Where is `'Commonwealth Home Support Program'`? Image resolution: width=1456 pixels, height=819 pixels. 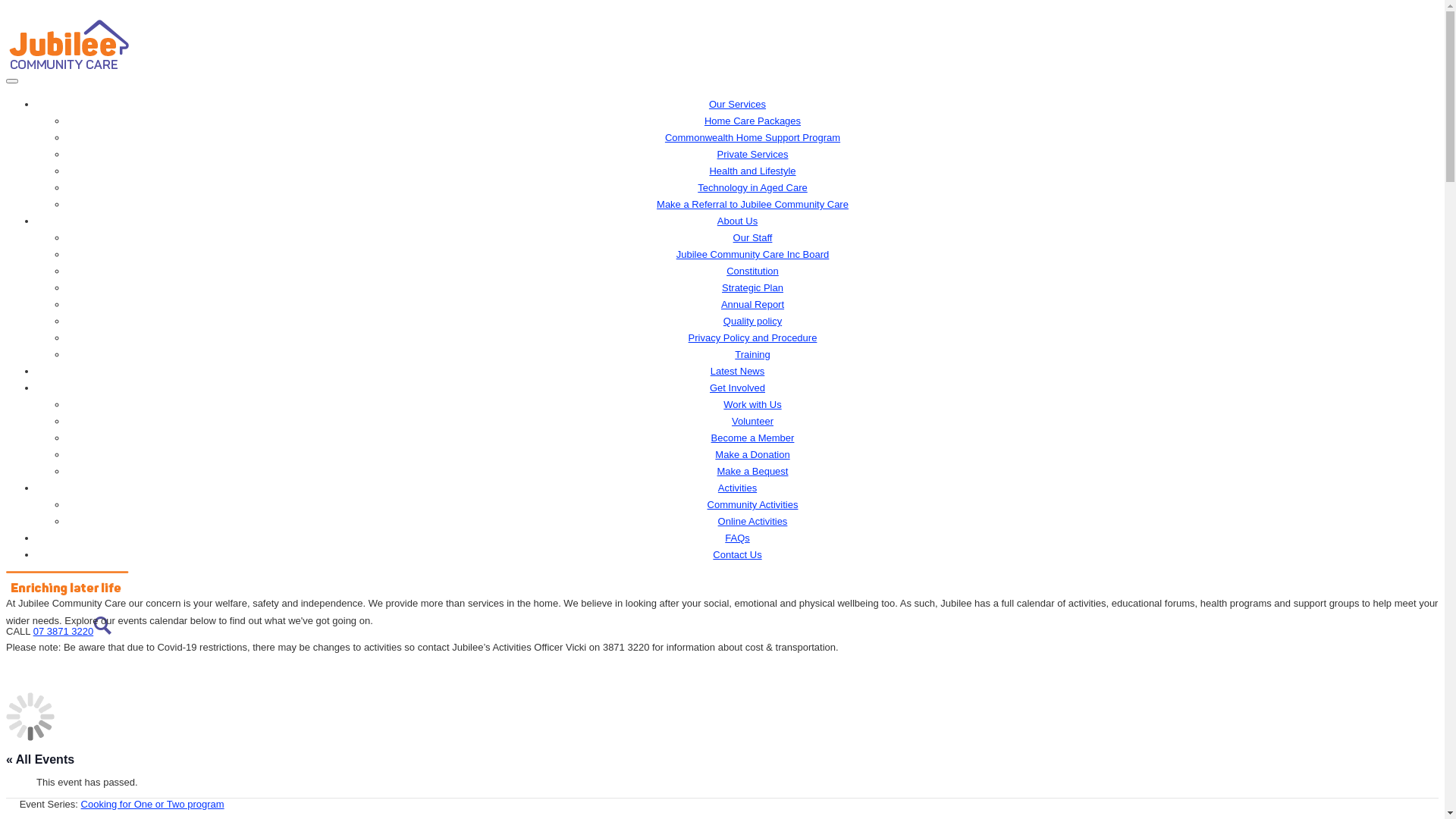
'Commonwealth Home Support Program' is located at coordinates (752, 137).